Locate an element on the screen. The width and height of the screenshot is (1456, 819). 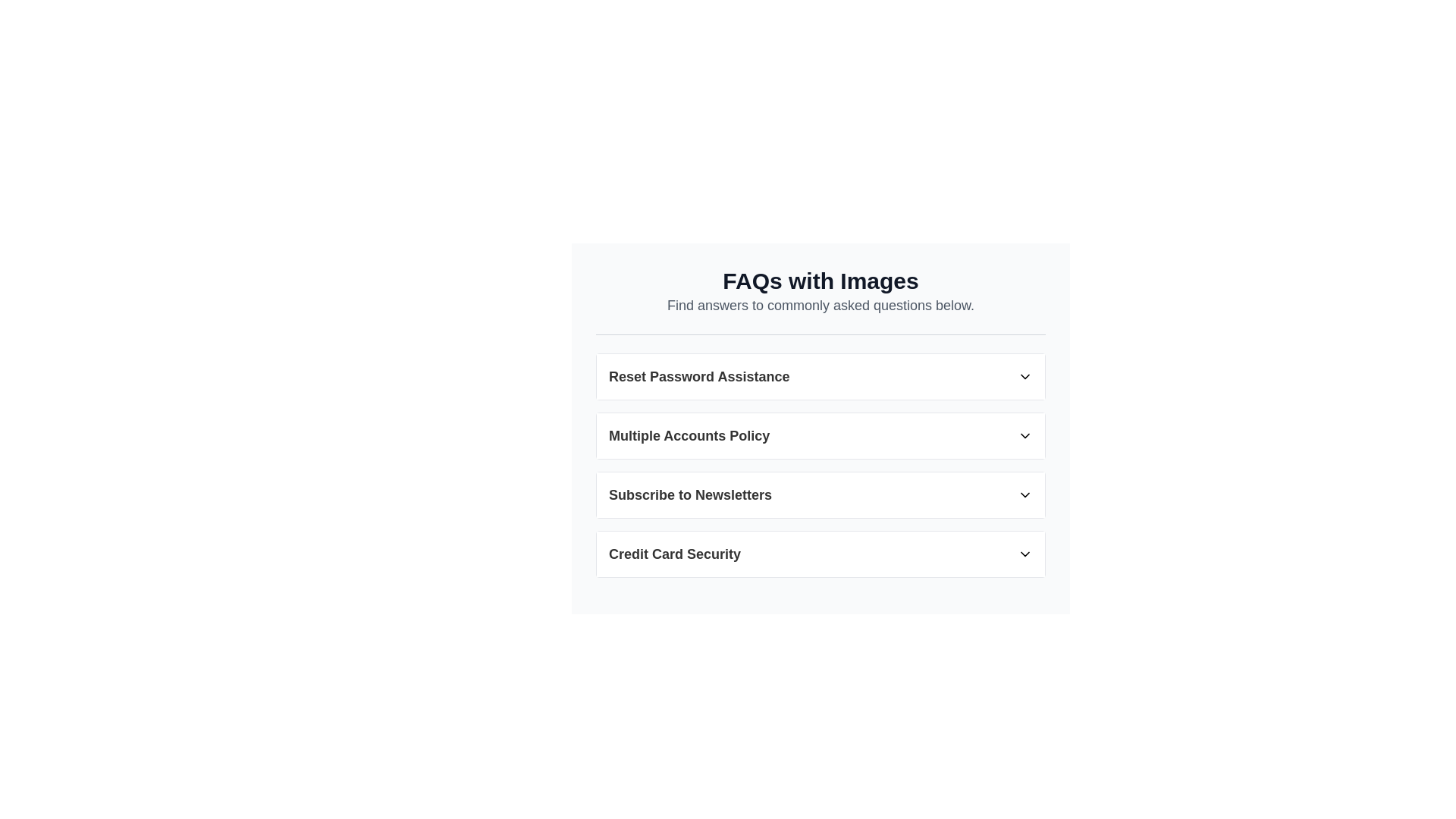
the downward-pointing chevron icon adjacent to the 'Subscribe to Newsletters' section is located at coordinates (1025, 494).